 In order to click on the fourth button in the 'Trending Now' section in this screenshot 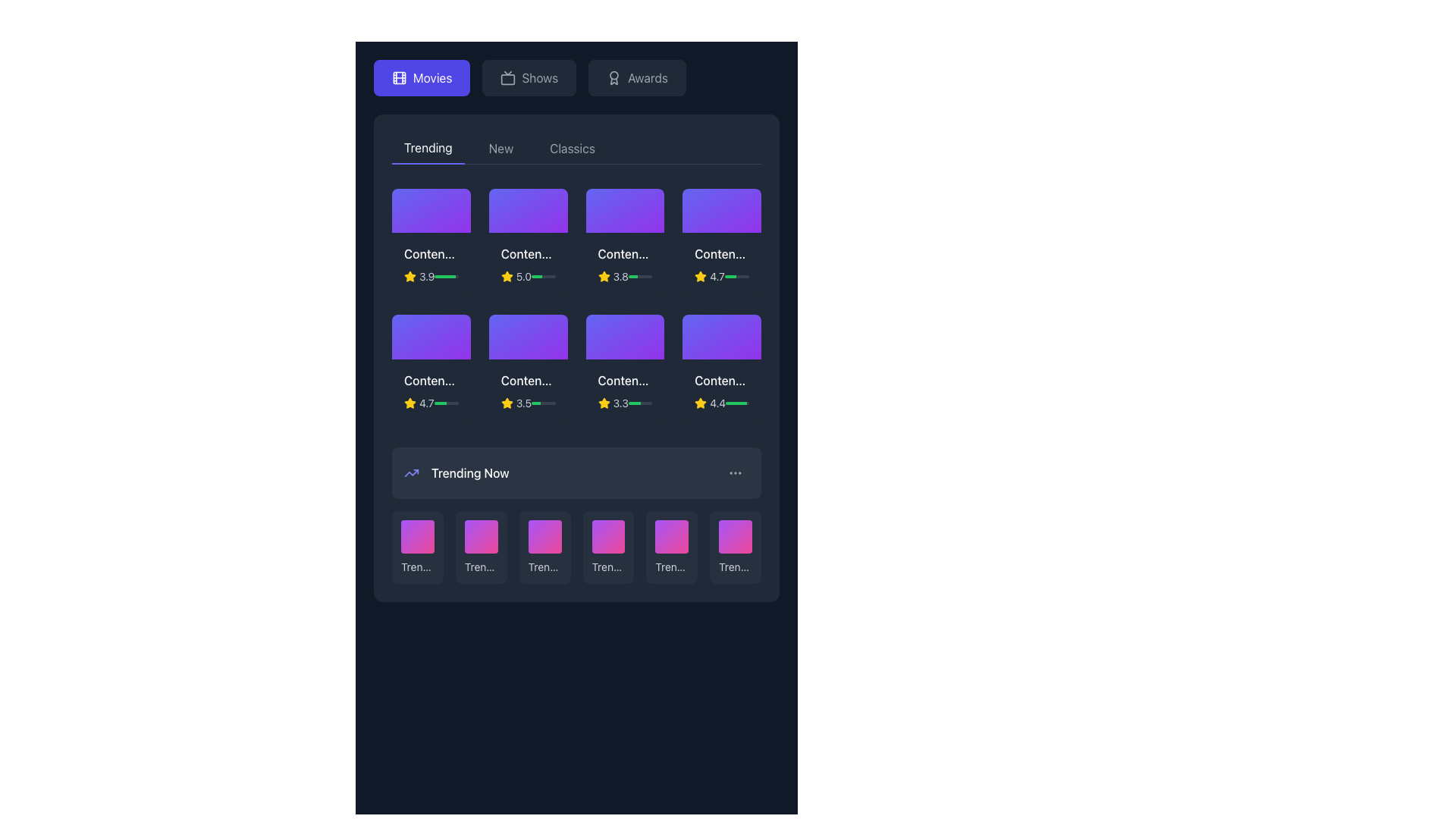, I will do `click(608, 547)`.